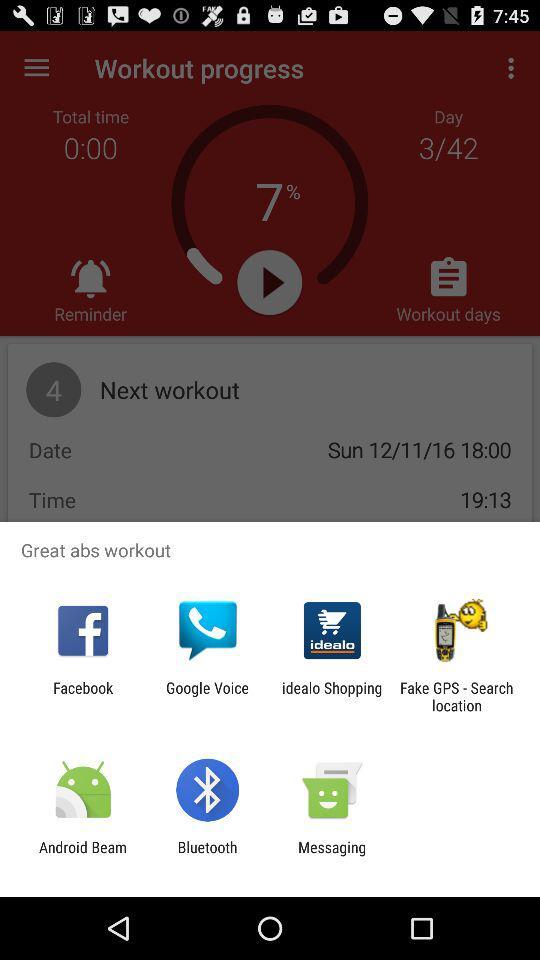 This screenshot has height=960, width=540. I want to click on the icon to the right of the bluetooth item, so click(332, 855).